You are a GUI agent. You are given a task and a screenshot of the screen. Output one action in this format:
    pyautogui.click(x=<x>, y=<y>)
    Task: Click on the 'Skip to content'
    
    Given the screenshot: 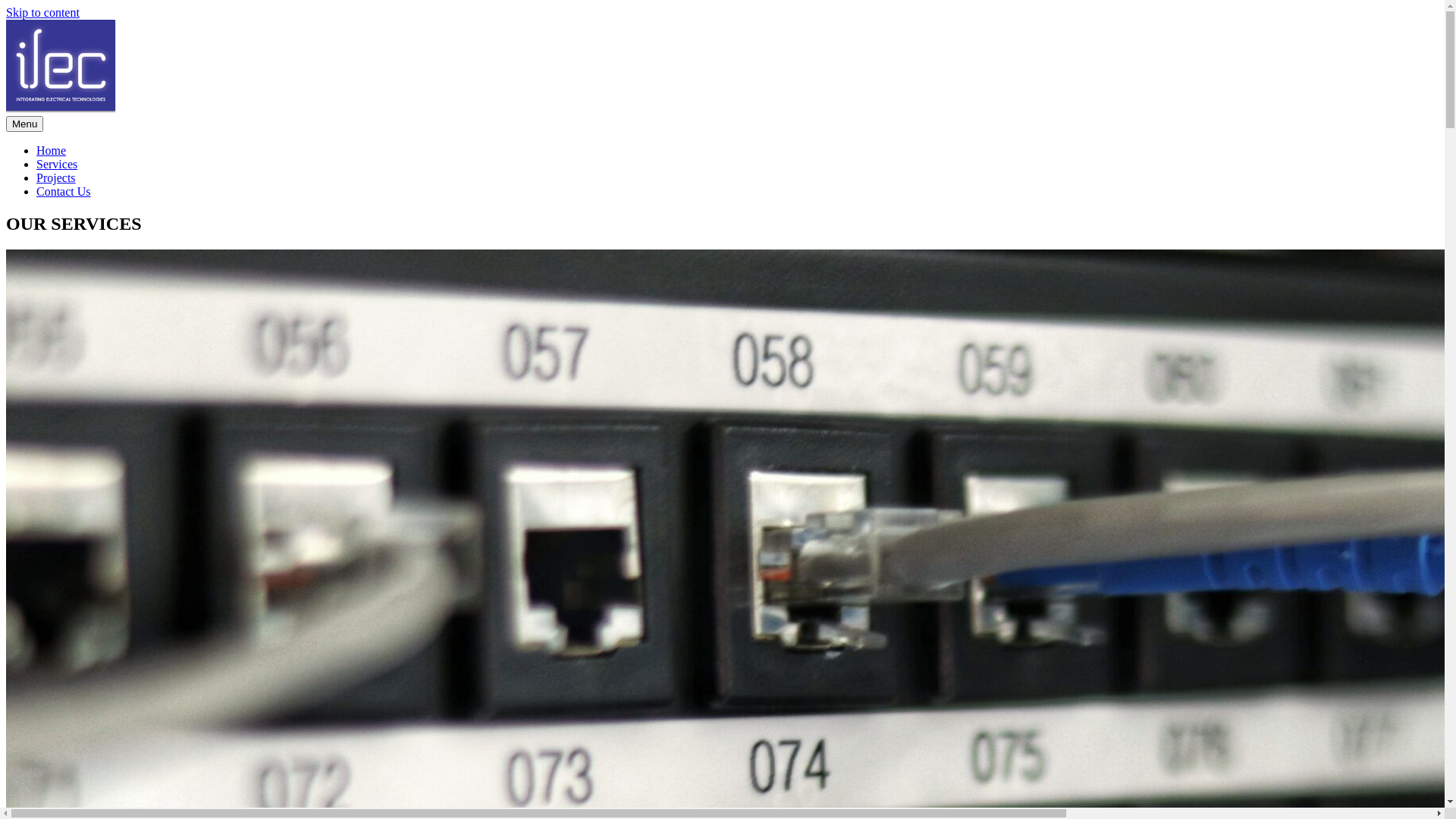 What is the action you would take?
    pyautogui.click(x=42, y=12)
    